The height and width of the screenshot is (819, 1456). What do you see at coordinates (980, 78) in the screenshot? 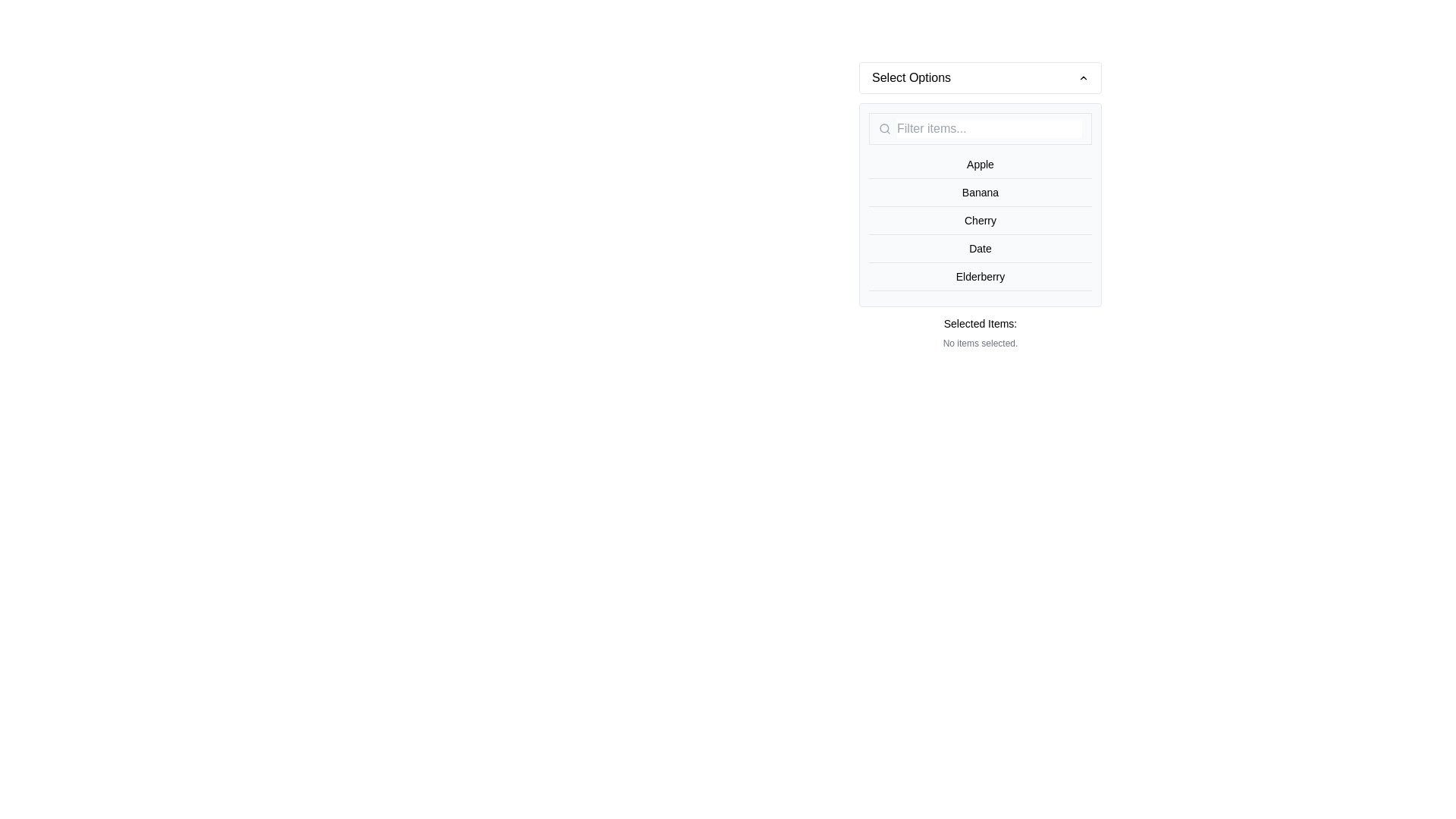
I see `the 'Select Options' dropdown header for accessibility navigation by moving the cursor to its center point` at bounding box center [980, 78].